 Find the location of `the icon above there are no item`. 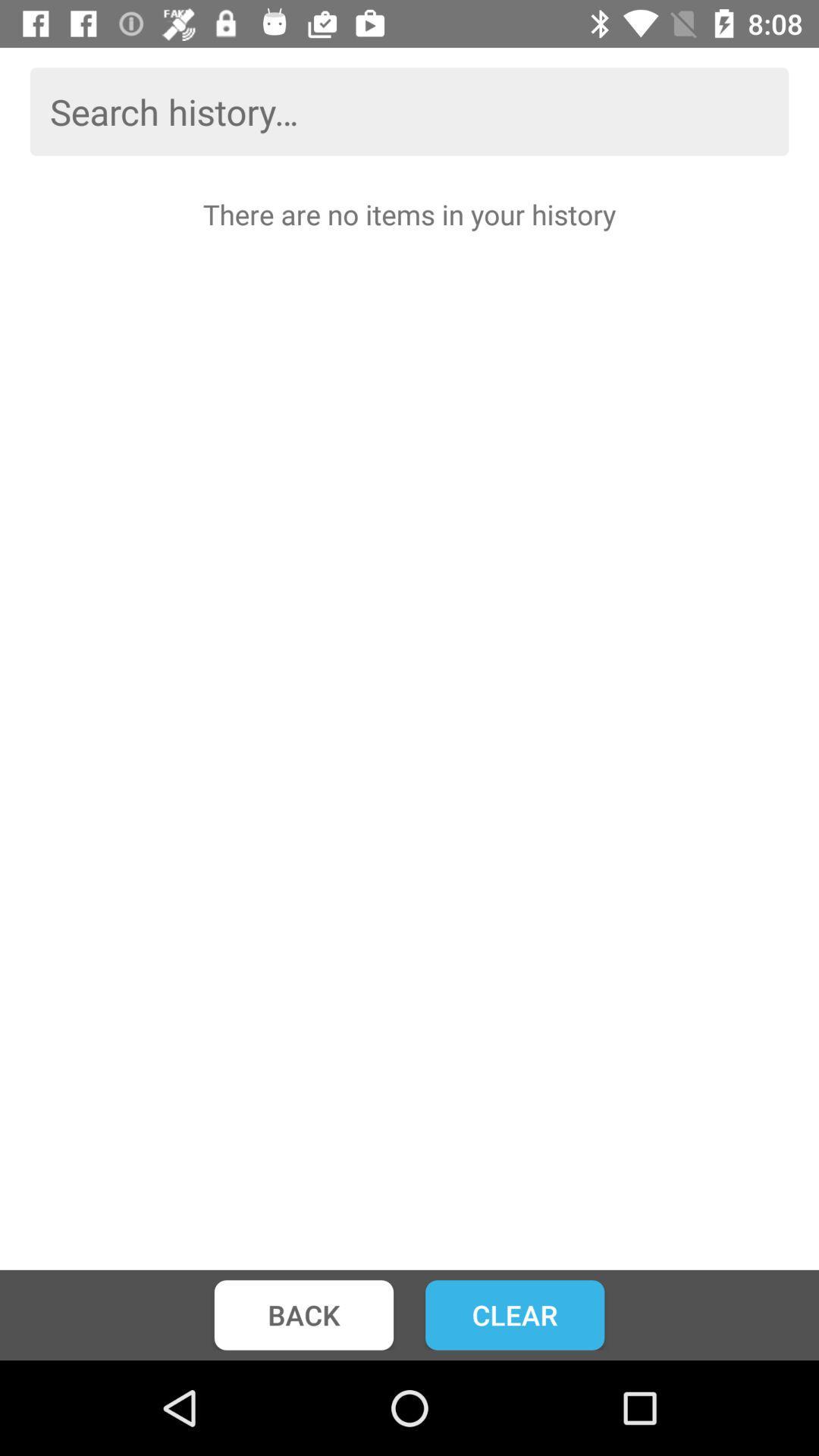

the icon above there are no item is located at coordinates (409, 111).